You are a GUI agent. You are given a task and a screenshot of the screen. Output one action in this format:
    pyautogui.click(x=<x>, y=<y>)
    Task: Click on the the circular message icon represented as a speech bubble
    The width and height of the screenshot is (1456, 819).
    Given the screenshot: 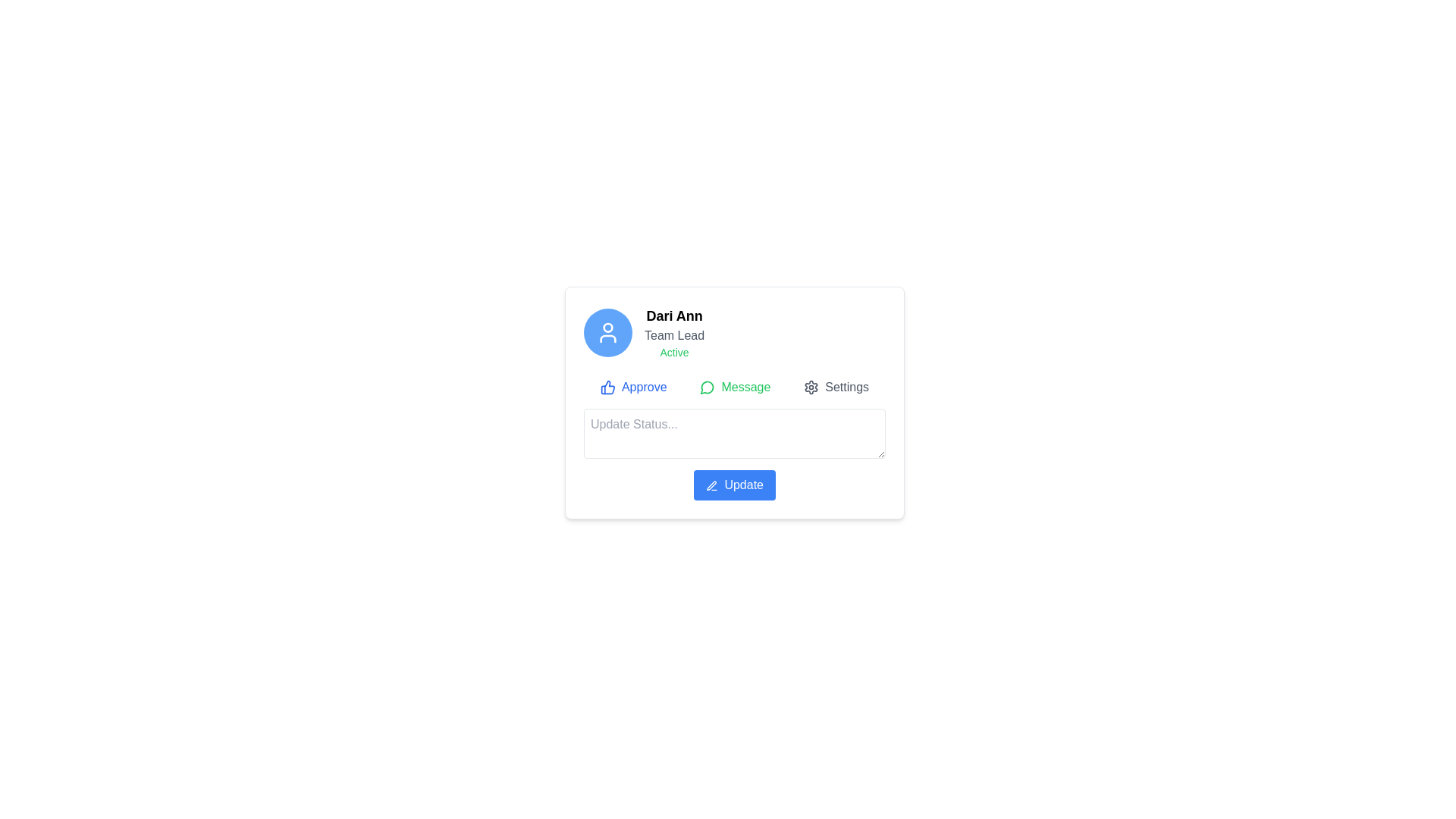 What is the action you would take?
    pyautogui.click(x=706, y=386)
    